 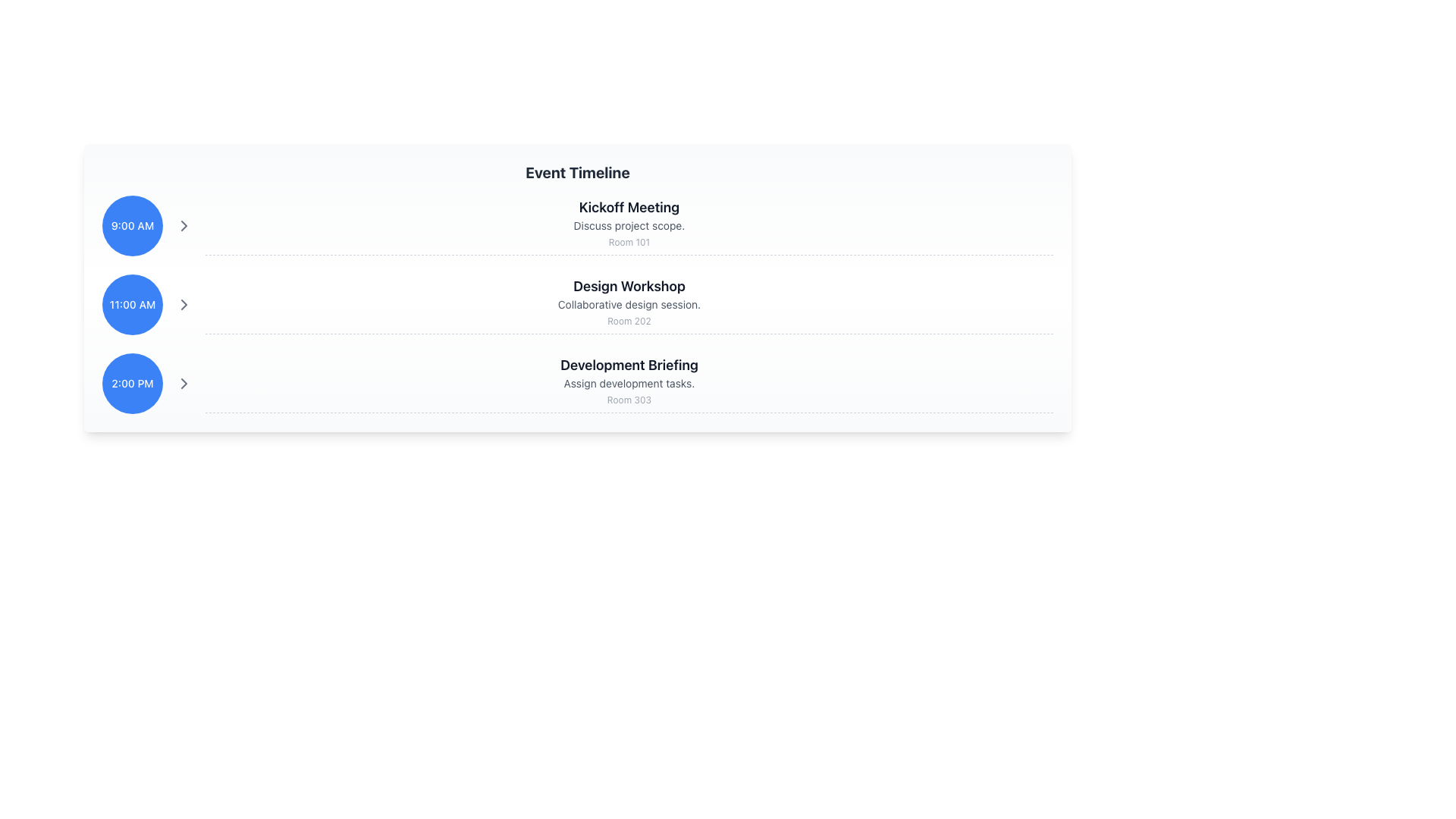 What do you see at coordinates (629, 286) in the screenshot?
I see `prominent header text labeled 'Design Workshop' which is styled in large bold font and is located in the middle of a vertically stacked timeline structure` at bounding box center [629, 286].